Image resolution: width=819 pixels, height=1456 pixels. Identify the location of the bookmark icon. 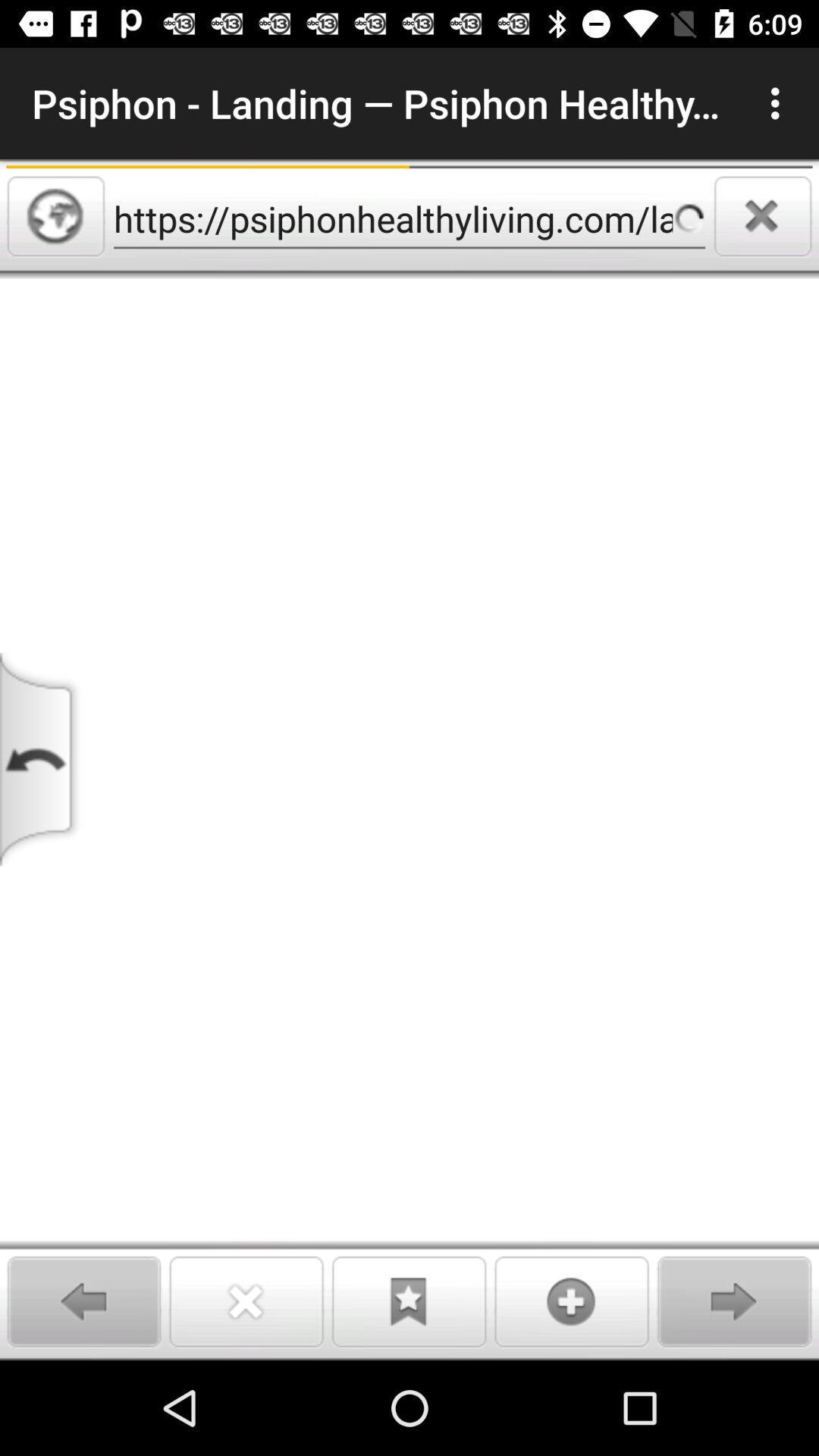
(408, 1301).